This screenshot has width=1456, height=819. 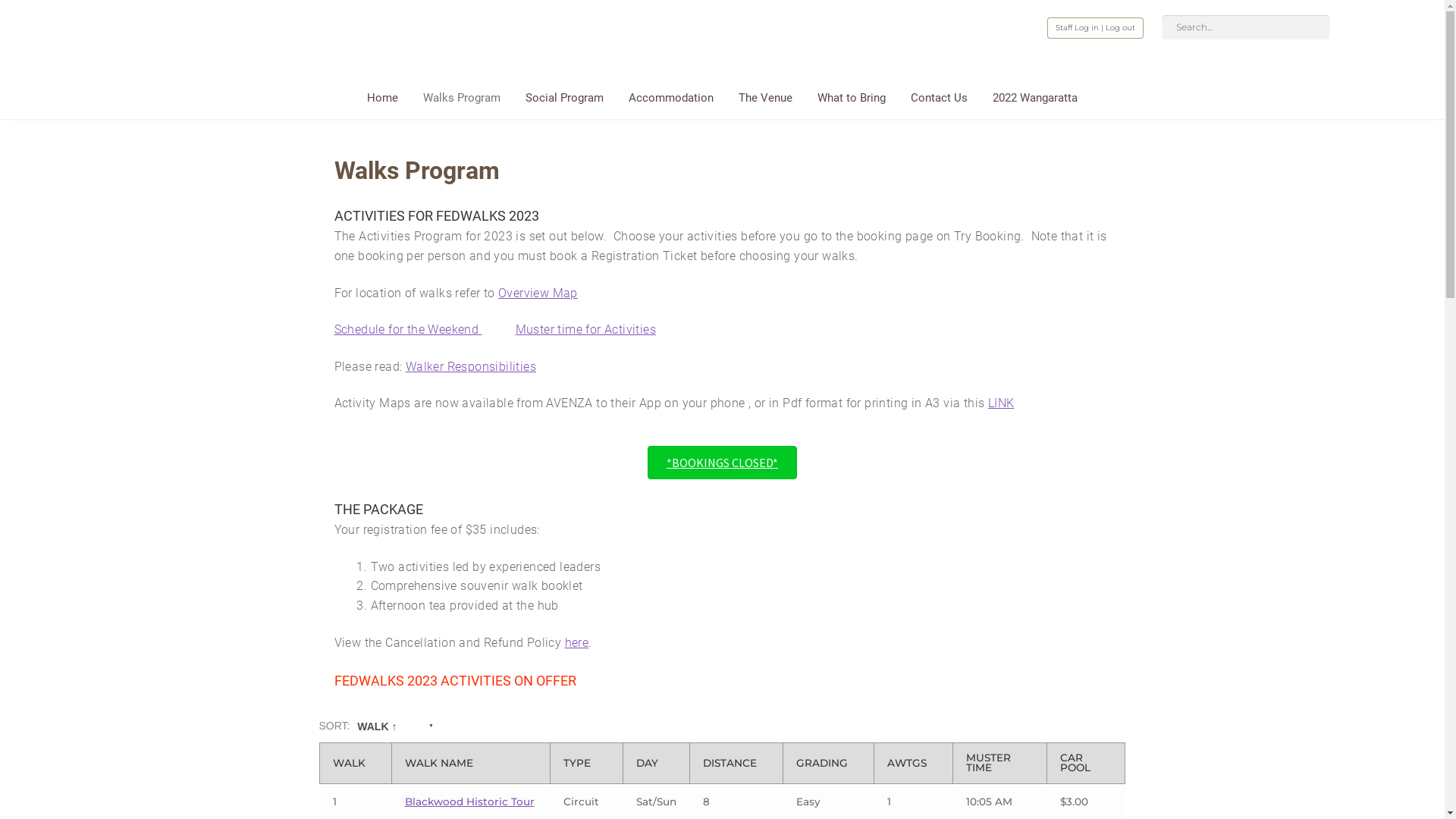 I want to click on 'Schedule for the Weekend ', so click(x=408, y=328).